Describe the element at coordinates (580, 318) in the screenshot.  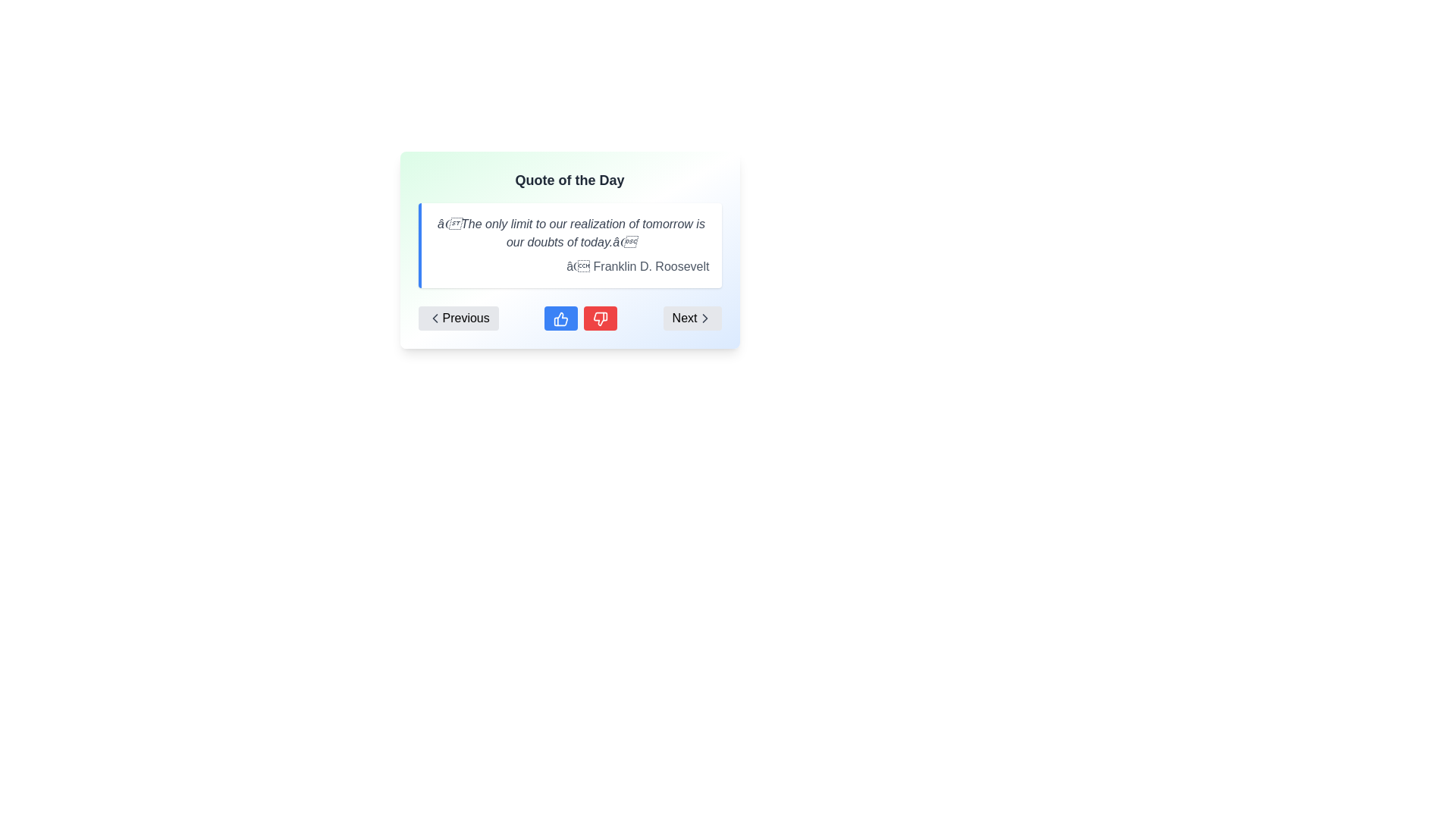
I see `the blue thumbs-up button to upvote, which is part of a voting component located centrally below the quote section and between 'Previous' and 'Next' navigation buttons` at that location.